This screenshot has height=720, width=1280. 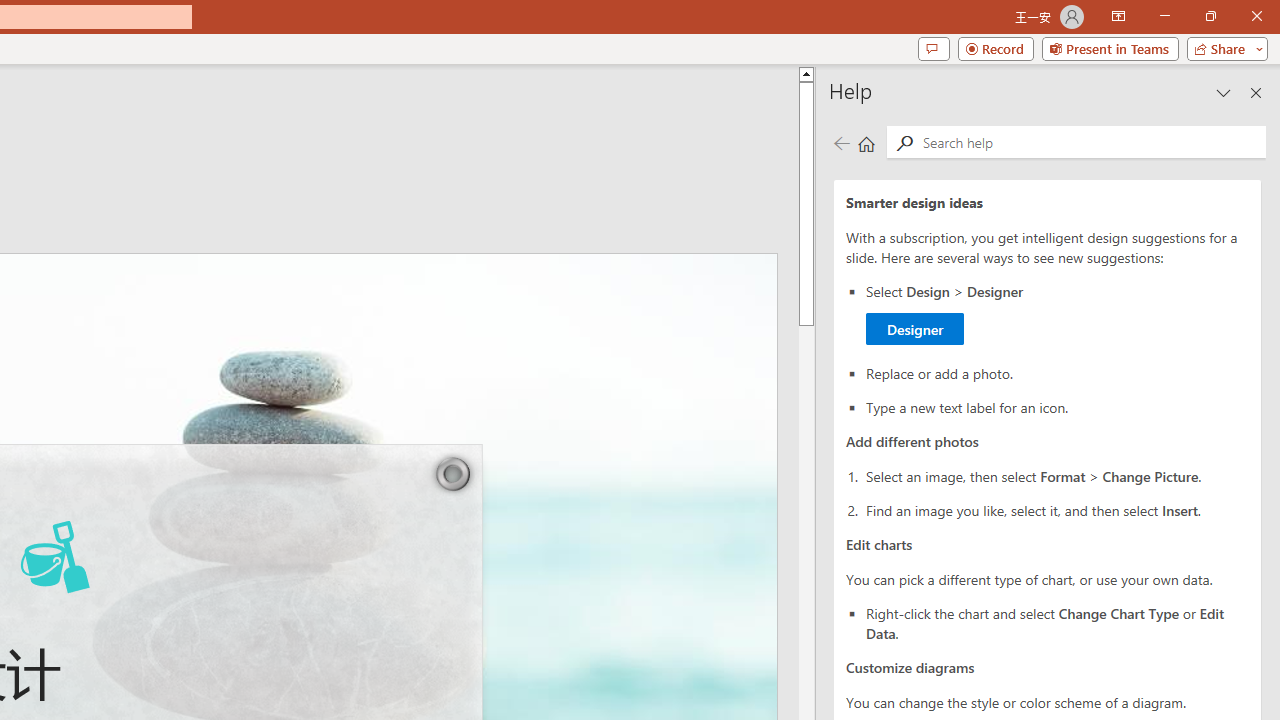 I want to click on 'Designer', so click(x=914, y=328).